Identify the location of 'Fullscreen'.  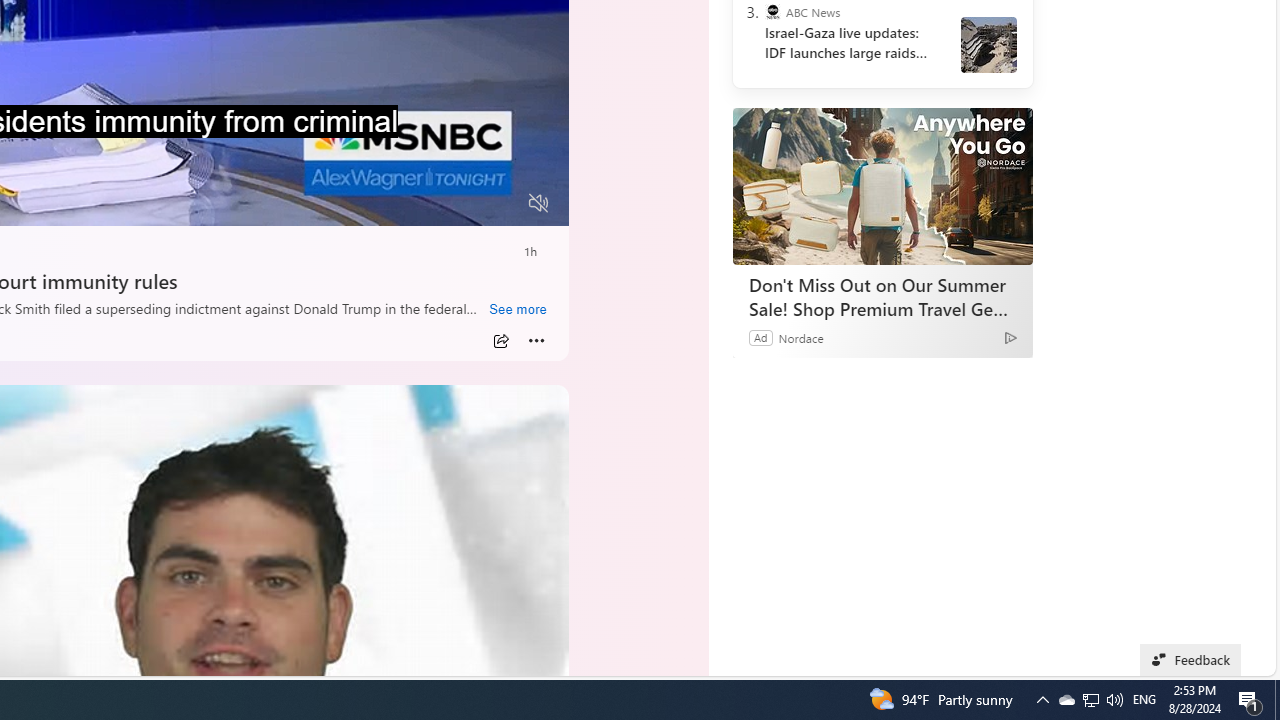
(501, 203).